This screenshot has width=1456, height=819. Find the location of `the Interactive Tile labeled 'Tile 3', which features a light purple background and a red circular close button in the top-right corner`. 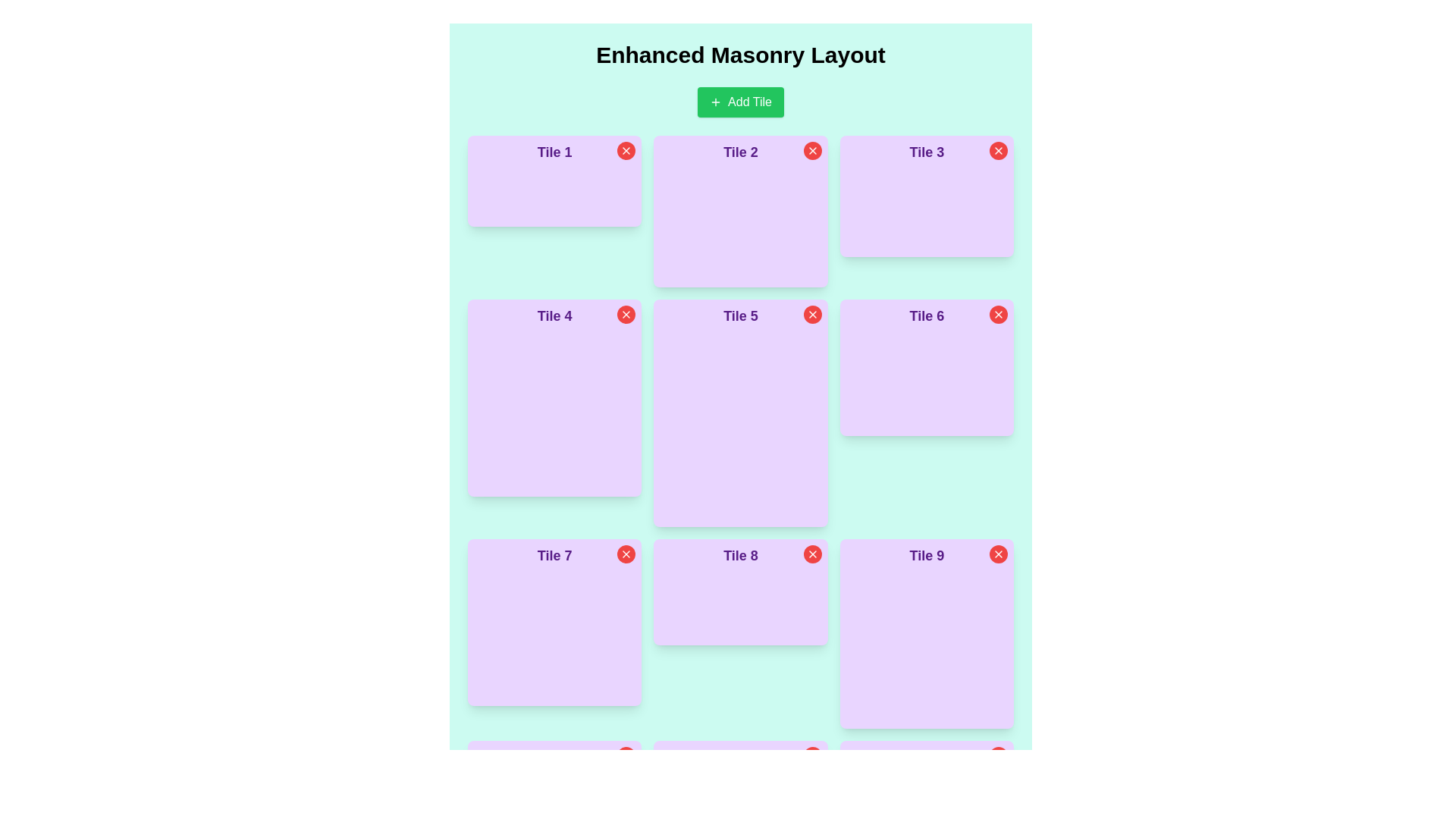

the Interactive Tile labeled 'Tile 3', which features a light purple background and a red circular close button in the top-right corner is located at coordinates (926, 195).